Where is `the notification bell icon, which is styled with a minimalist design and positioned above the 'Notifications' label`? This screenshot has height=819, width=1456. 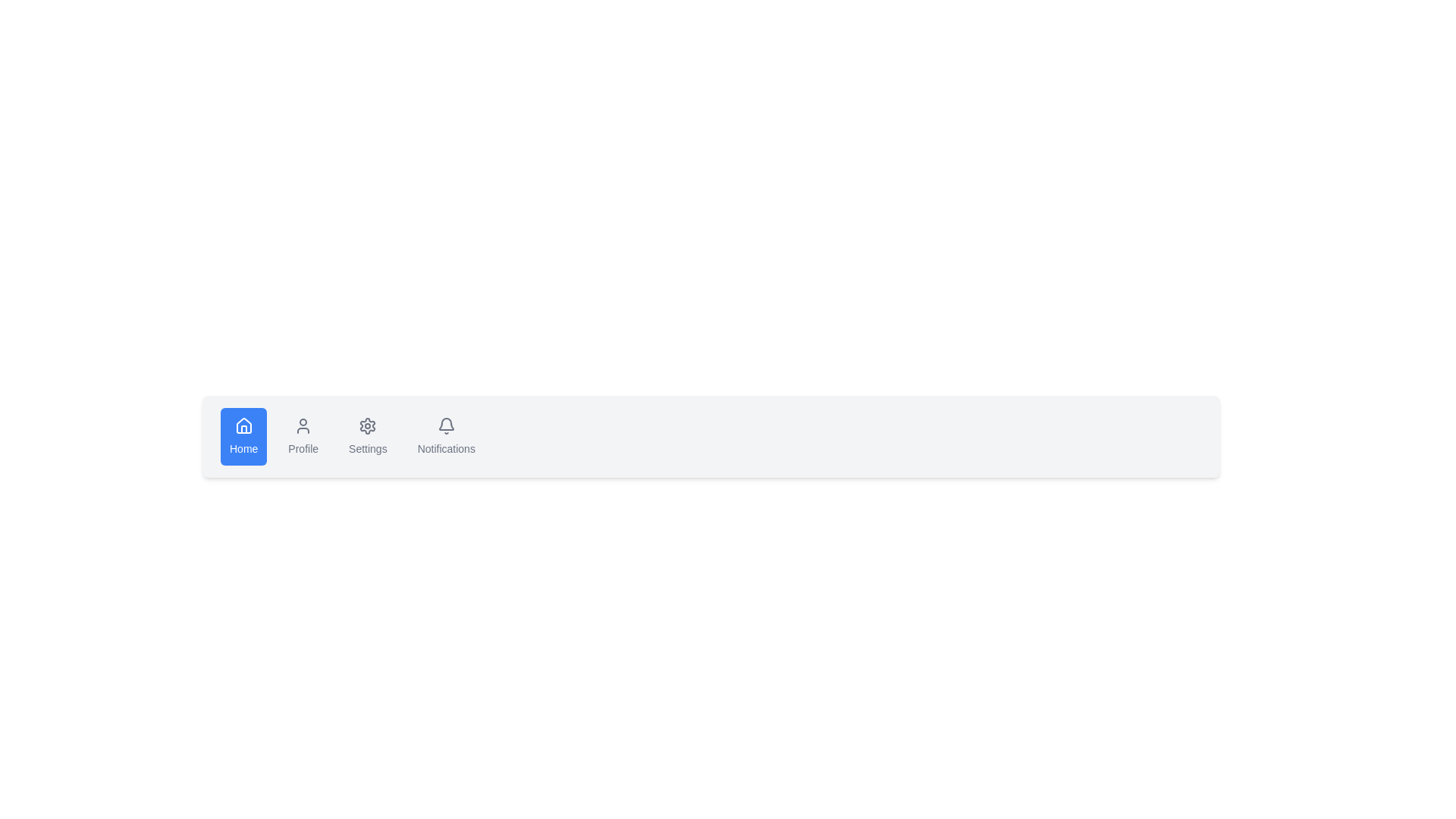
the notification bell icon, which is styled with a minimalist design and positioned above the 'Notifications' label is located at coordinates (445, 426).